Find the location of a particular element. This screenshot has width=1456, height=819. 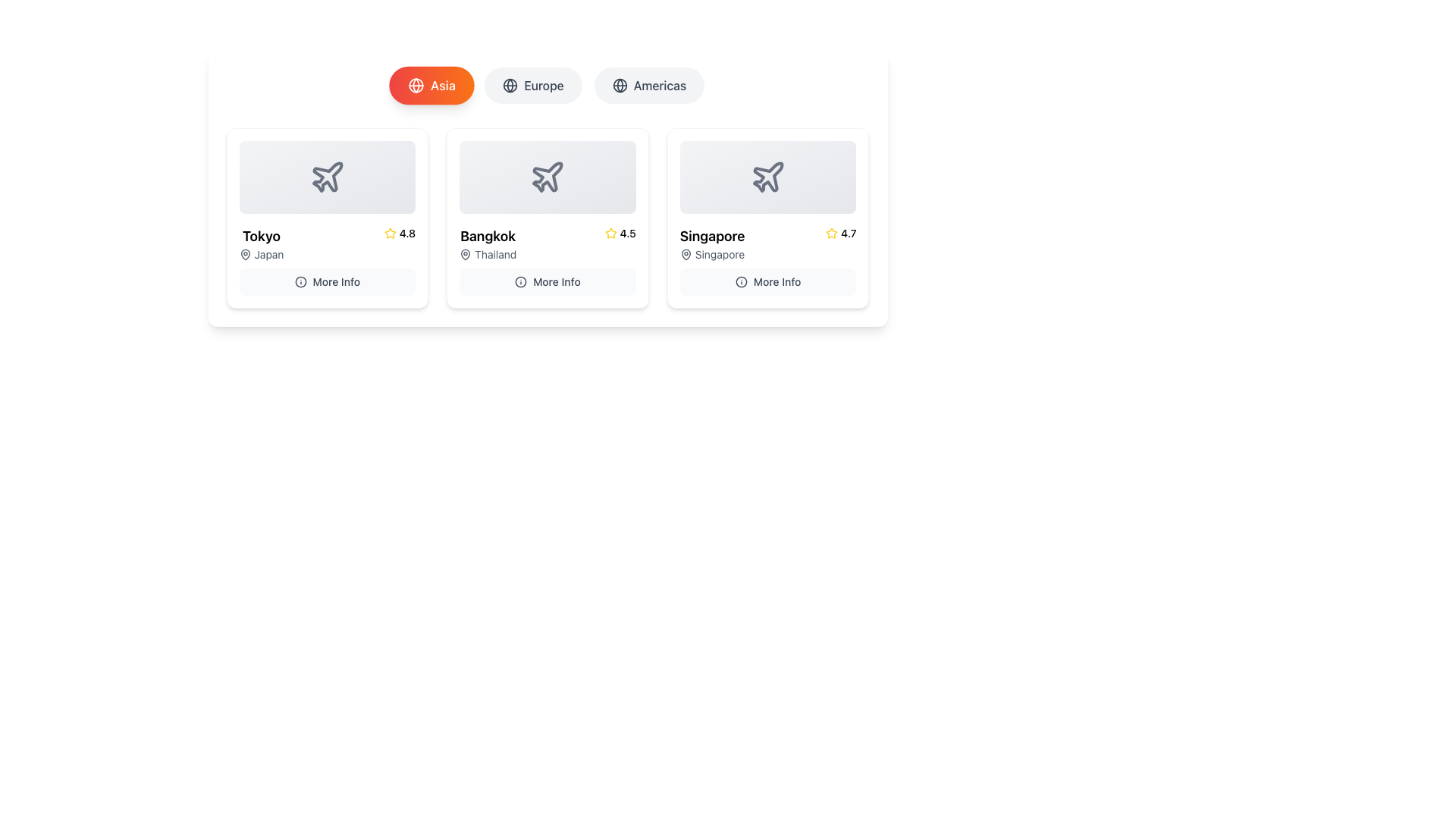

the 'Thailand' text label, which is displayed in a small lightweight gray font below the 'Bangkok' title and next to a location pin icon is located at coordinates (495, 253).